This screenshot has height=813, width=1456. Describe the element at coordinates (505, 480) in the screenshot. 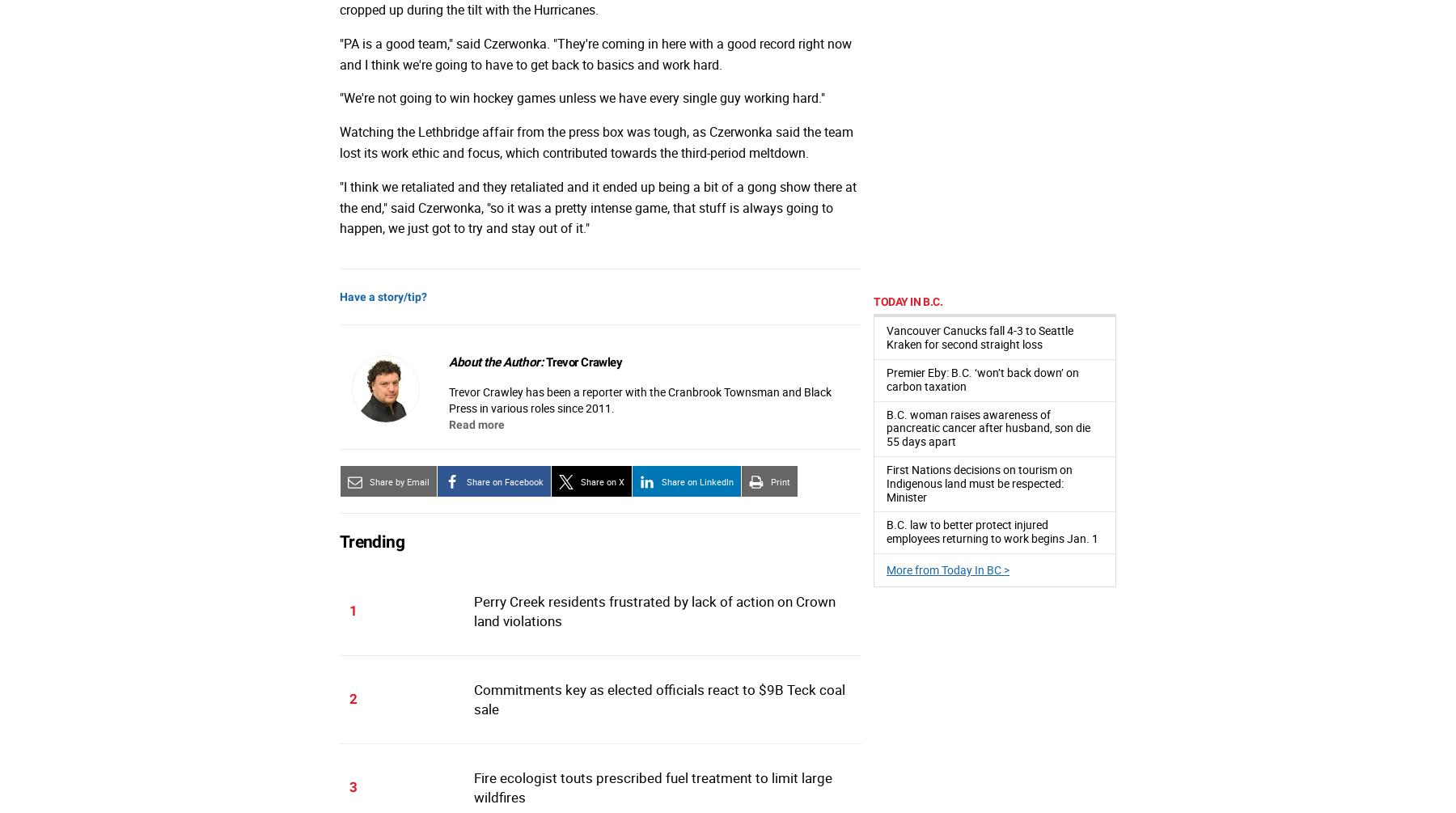

I see `'Share on Facebook'` at that location.